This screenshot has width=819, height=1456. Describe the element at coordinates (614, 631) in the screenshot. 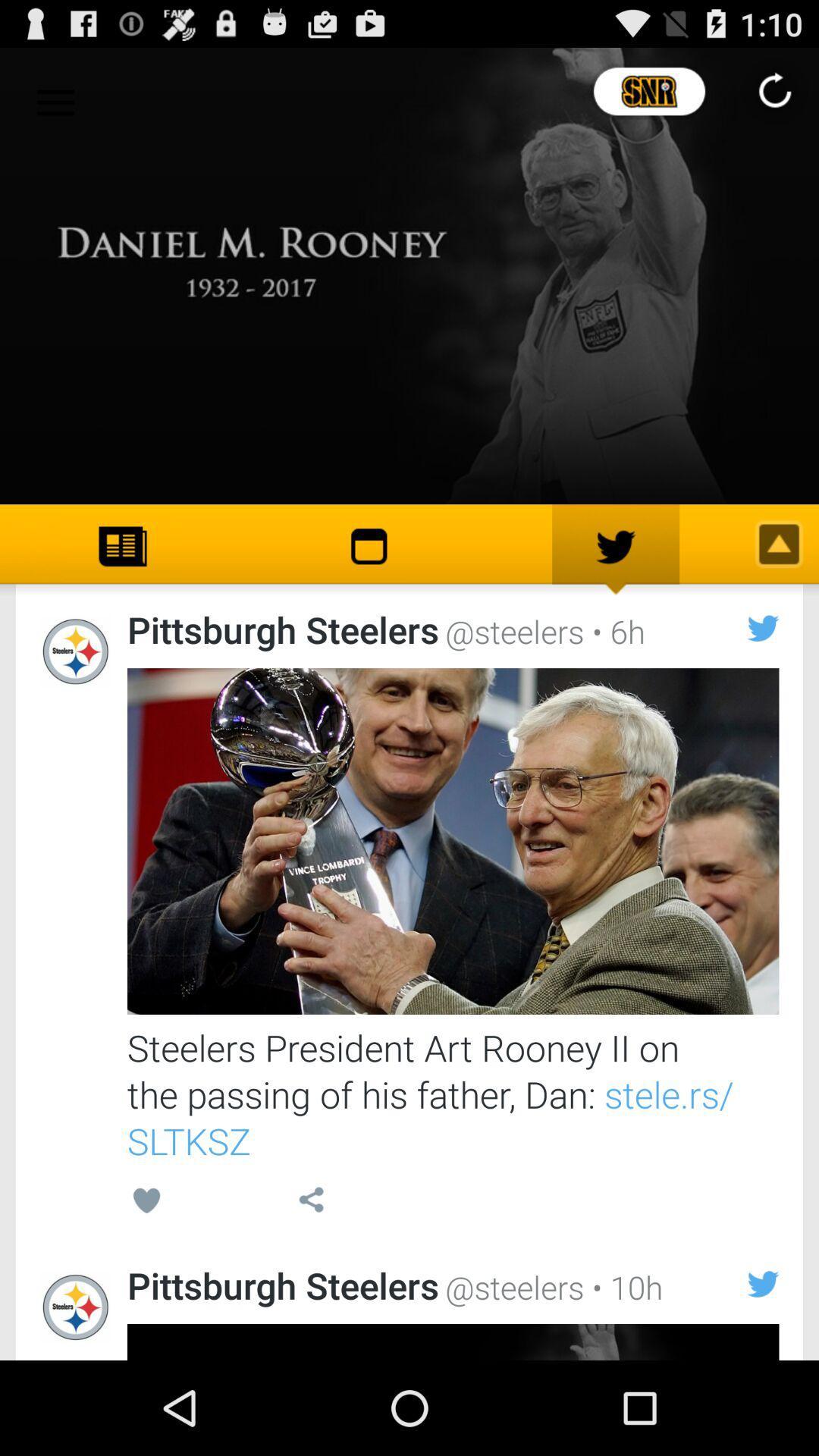

I see `item to the right of the @steelers icon` at that location.